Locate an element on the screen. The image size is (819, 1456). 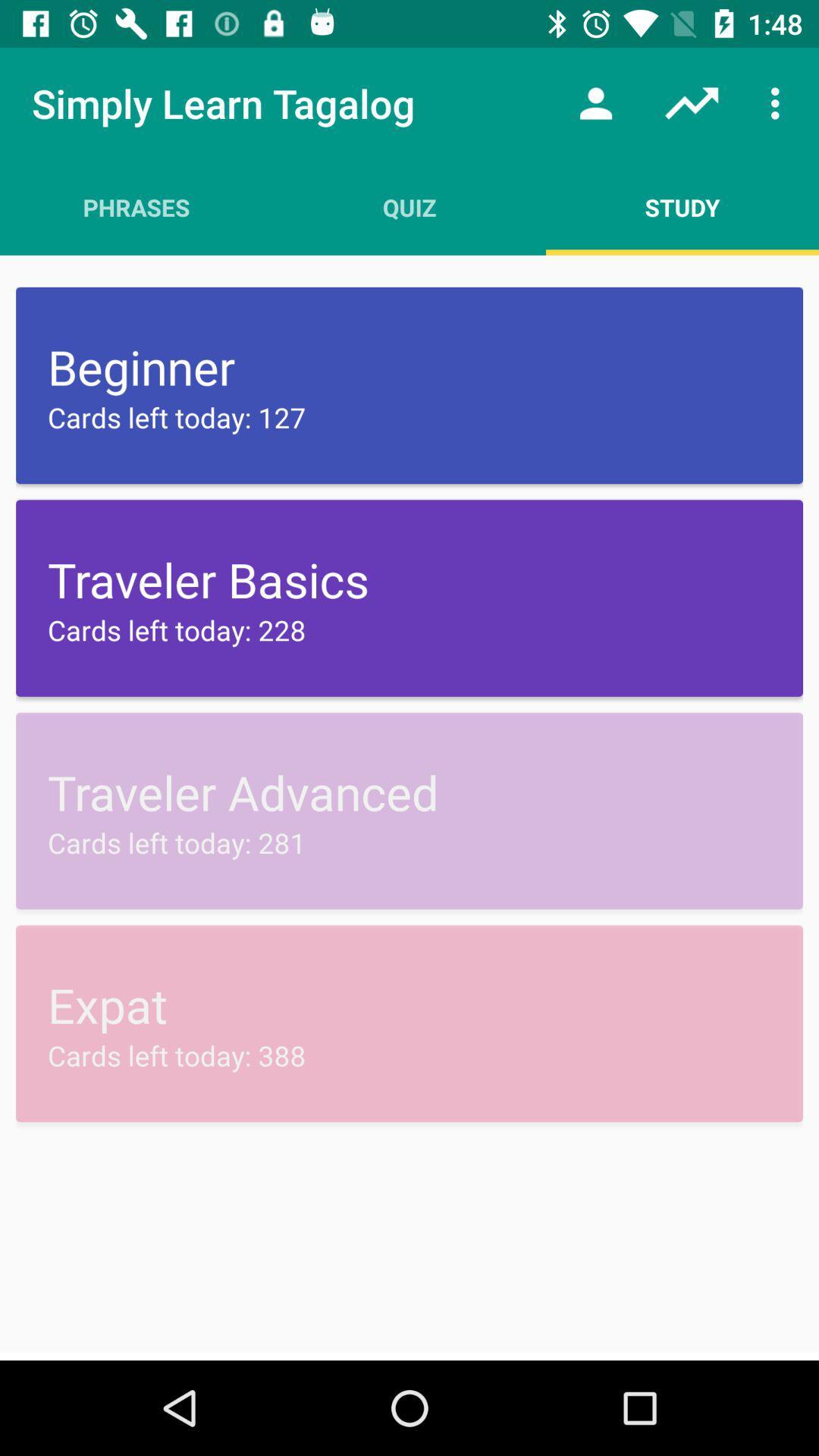
the button beginner is located at coordinates (409, 385).